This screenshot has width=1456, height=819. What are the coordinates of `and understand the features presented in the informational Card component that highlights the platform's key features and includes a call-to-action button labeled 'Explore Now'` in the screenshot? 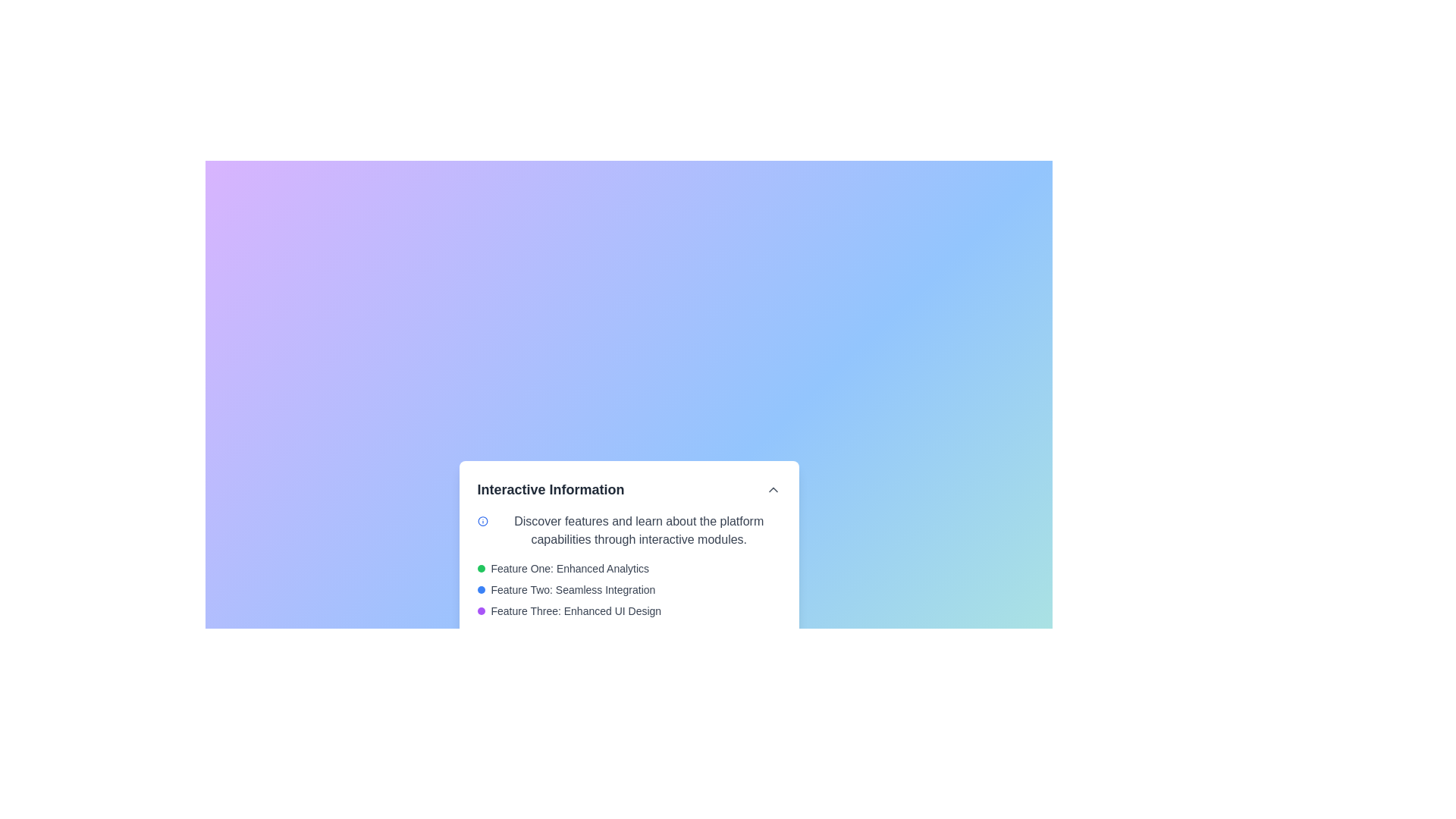 It's located at (629, 570).